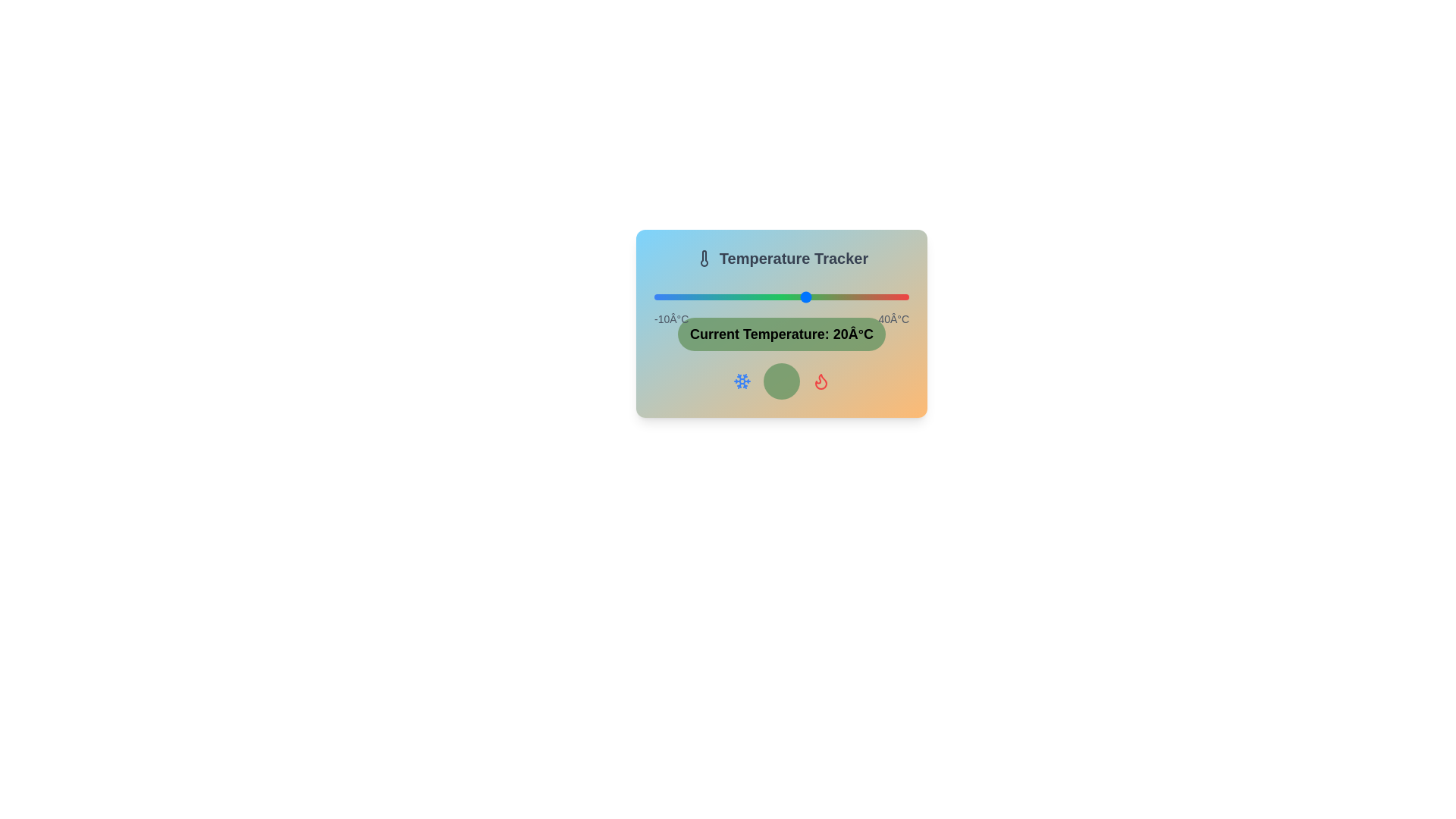 This screenshot has width=1456, height=819. What do you see at coordinates (714, 297) in the screenshot?
I see `the temperature slider to set the temperature to 2°C` at bounding box center [714, 297].